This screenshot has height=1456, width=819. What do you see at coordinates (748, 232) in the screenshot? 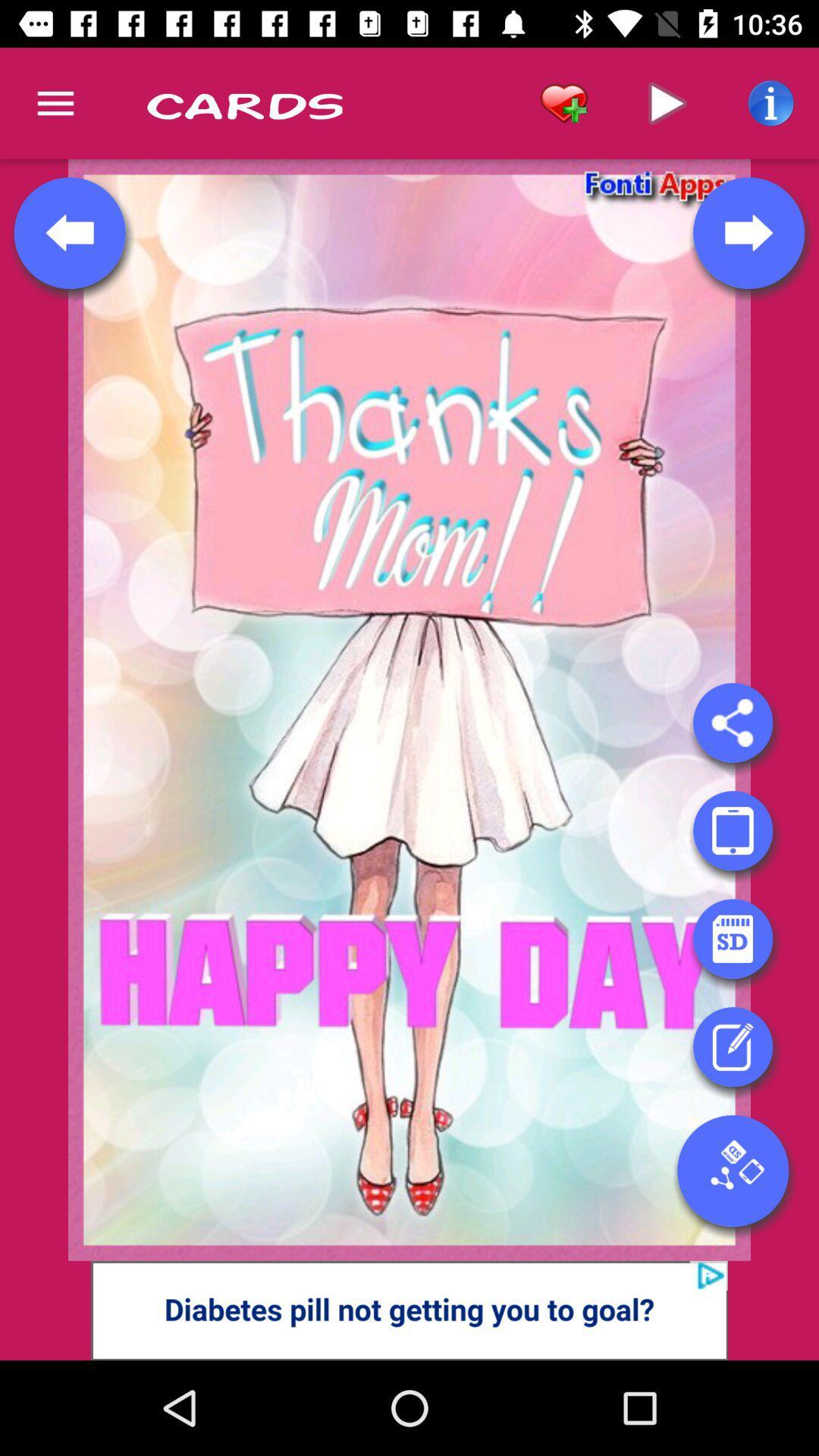
I see `next slide` at bounding box center [748, 232].